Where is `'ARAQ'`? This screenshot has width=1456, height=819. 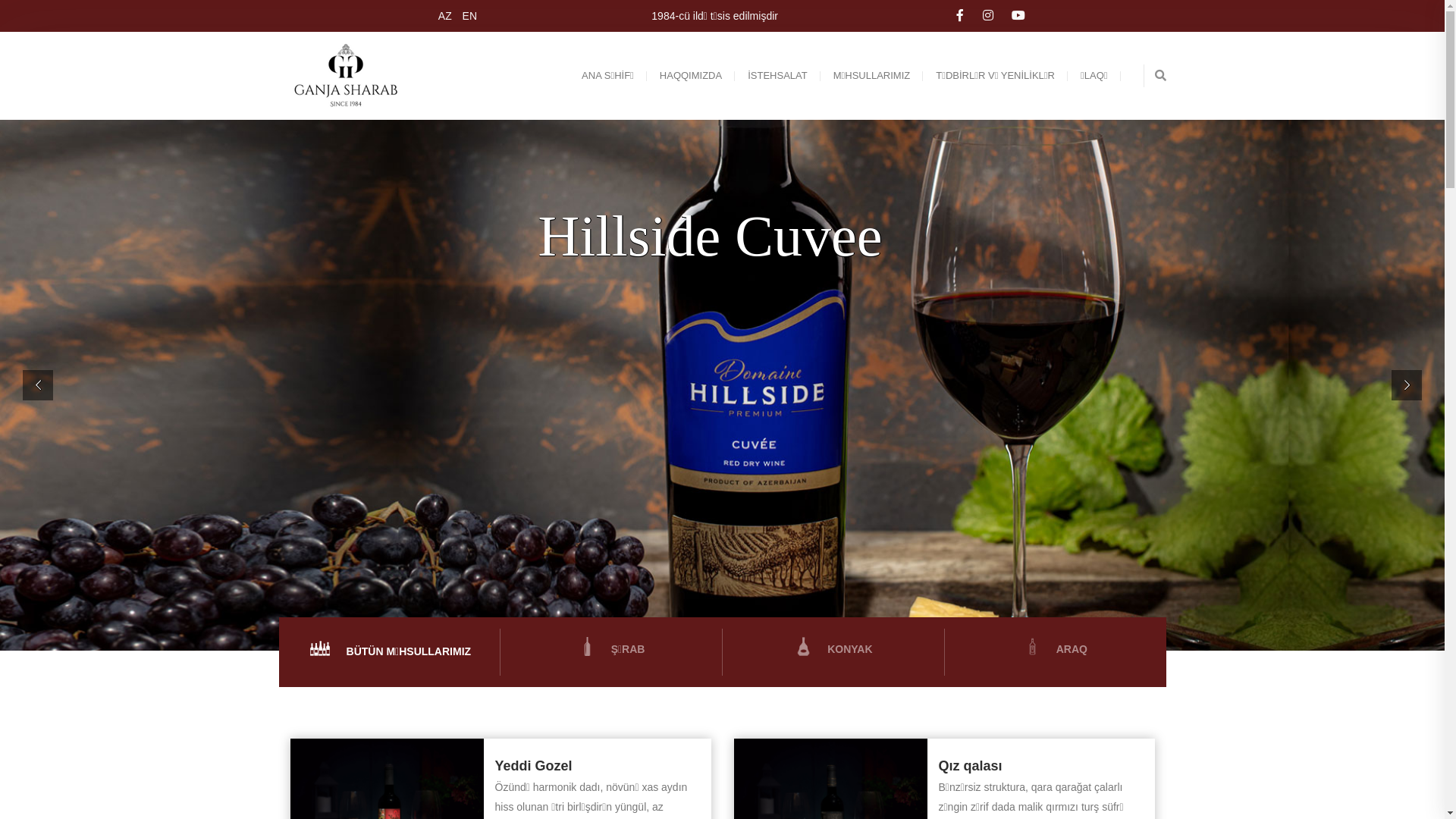 'ARAQ' is located at coordinates (1054, 648).